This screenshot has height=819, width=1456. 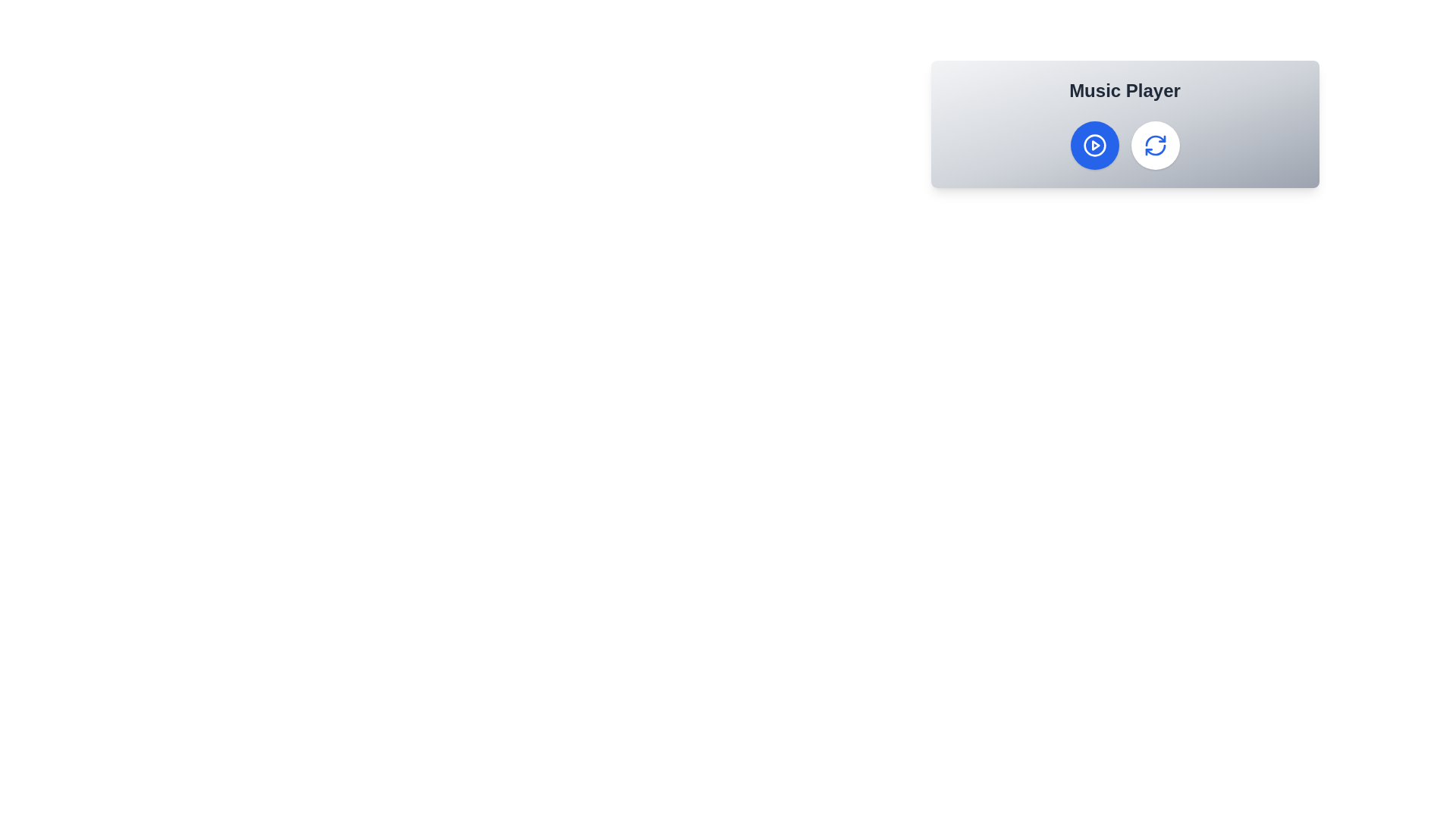 What do you see at coordinates (1095, 146) in the screenshot?
I see `the play button, which is a blue circular button located on the left side below the 'Music Player' title, to trigger tooltip or highlight effects` at bounding box center [1095, 146].